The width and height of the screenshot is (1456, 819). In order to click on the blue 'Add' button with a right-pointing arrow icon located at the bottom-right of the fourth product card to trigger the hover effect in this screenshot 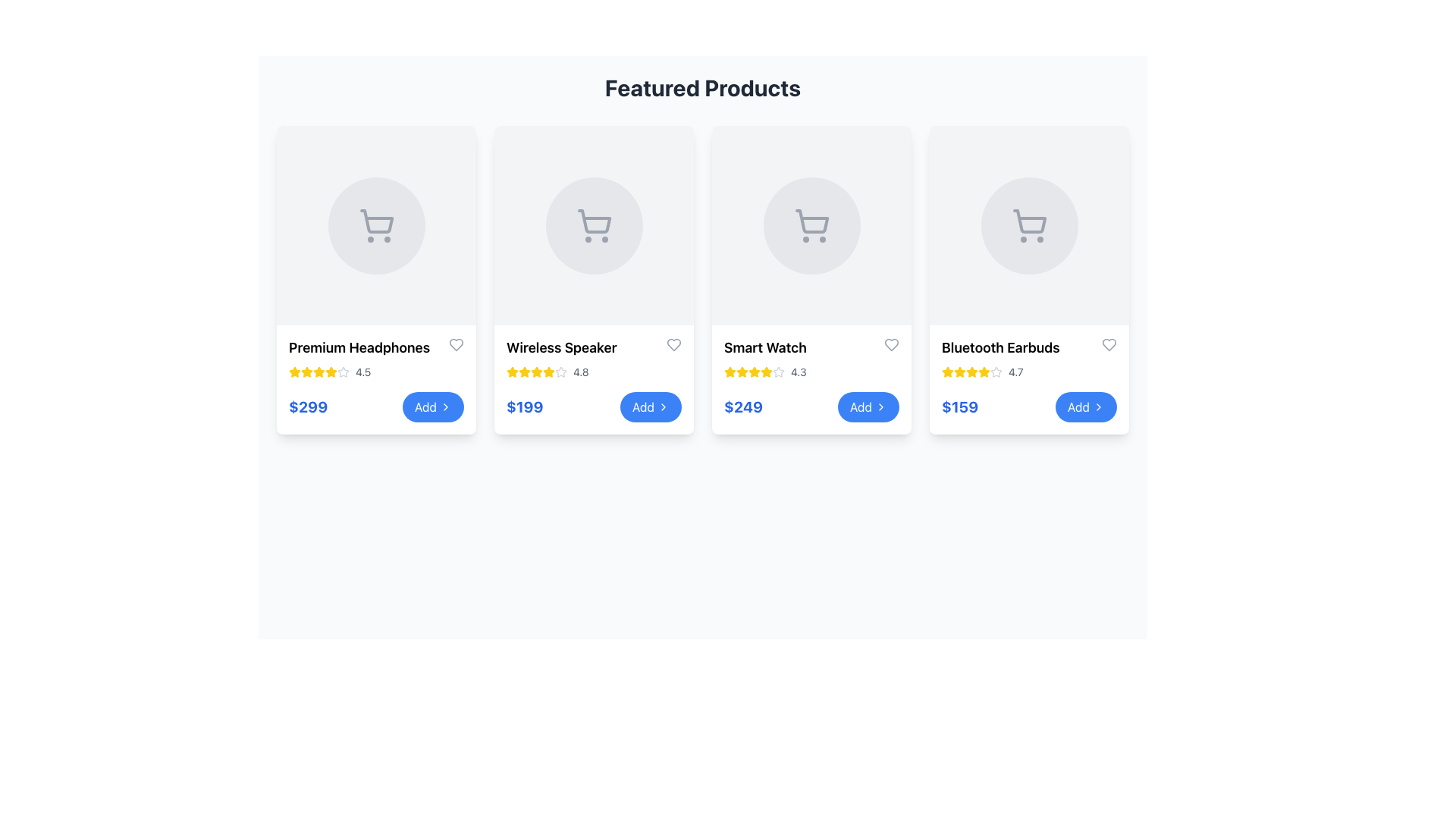, I will do `click(1085, 406)`.